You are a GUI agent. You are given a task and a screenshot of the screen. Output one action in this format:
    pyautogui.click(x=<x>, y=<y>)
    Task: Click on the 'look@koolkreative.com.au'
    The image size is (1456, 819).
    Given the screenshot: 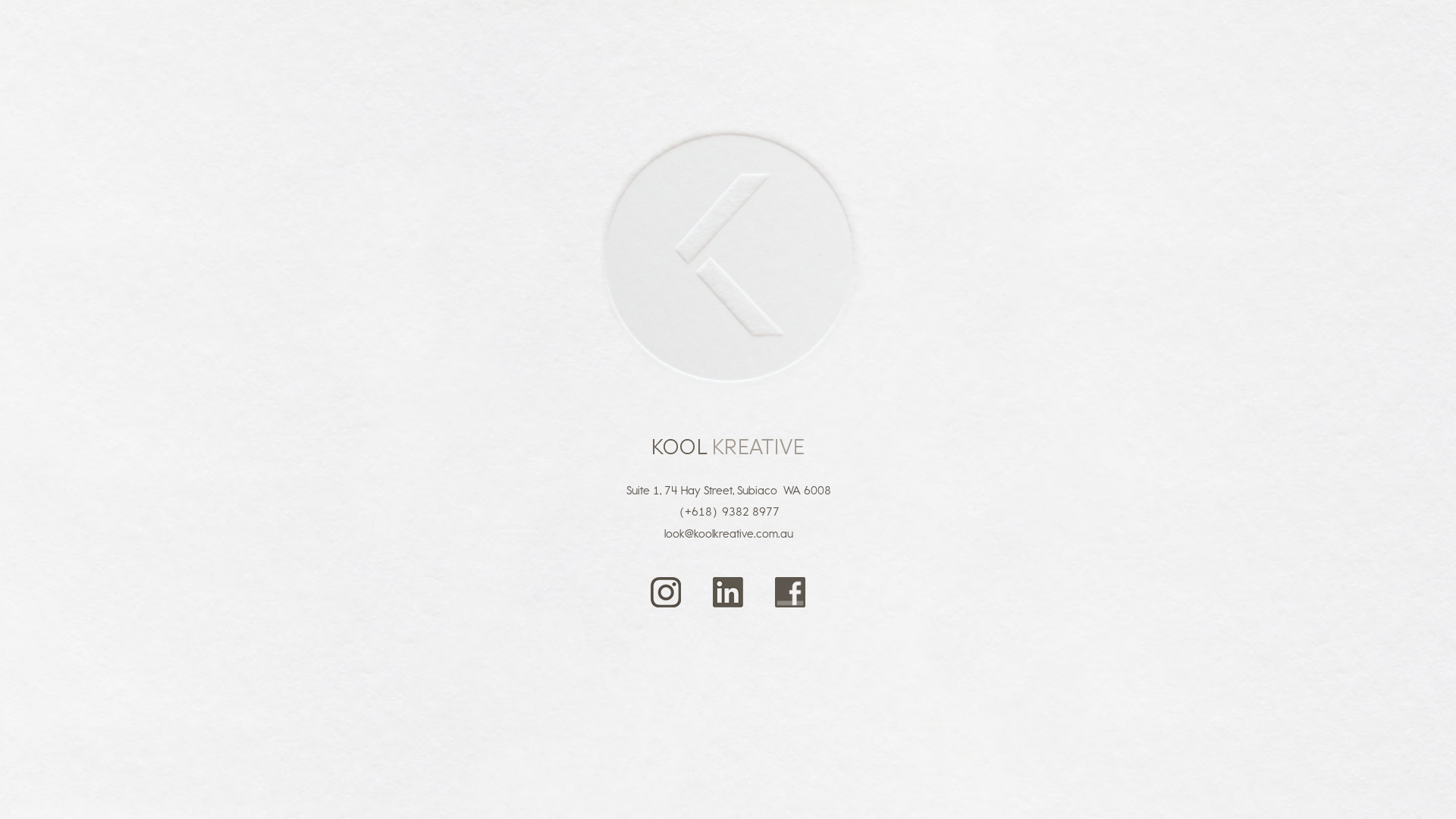 What is the action you would take?
    pyautogui.click(x=728, y=532)
    